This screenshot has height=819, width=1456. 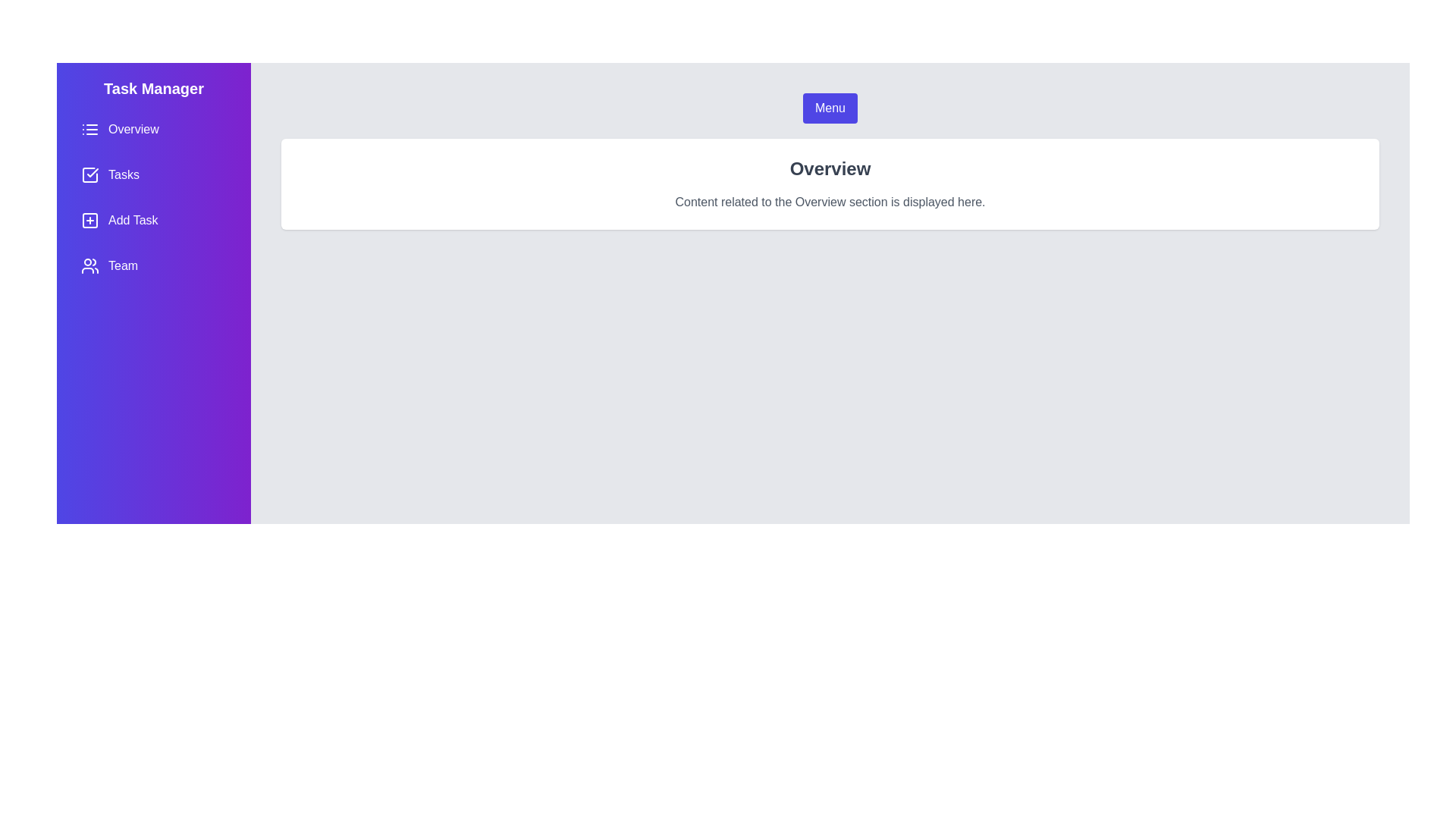 I want to click on the sidebar entry labeled Overview to navigate to that section, so click(x=153, y=128).